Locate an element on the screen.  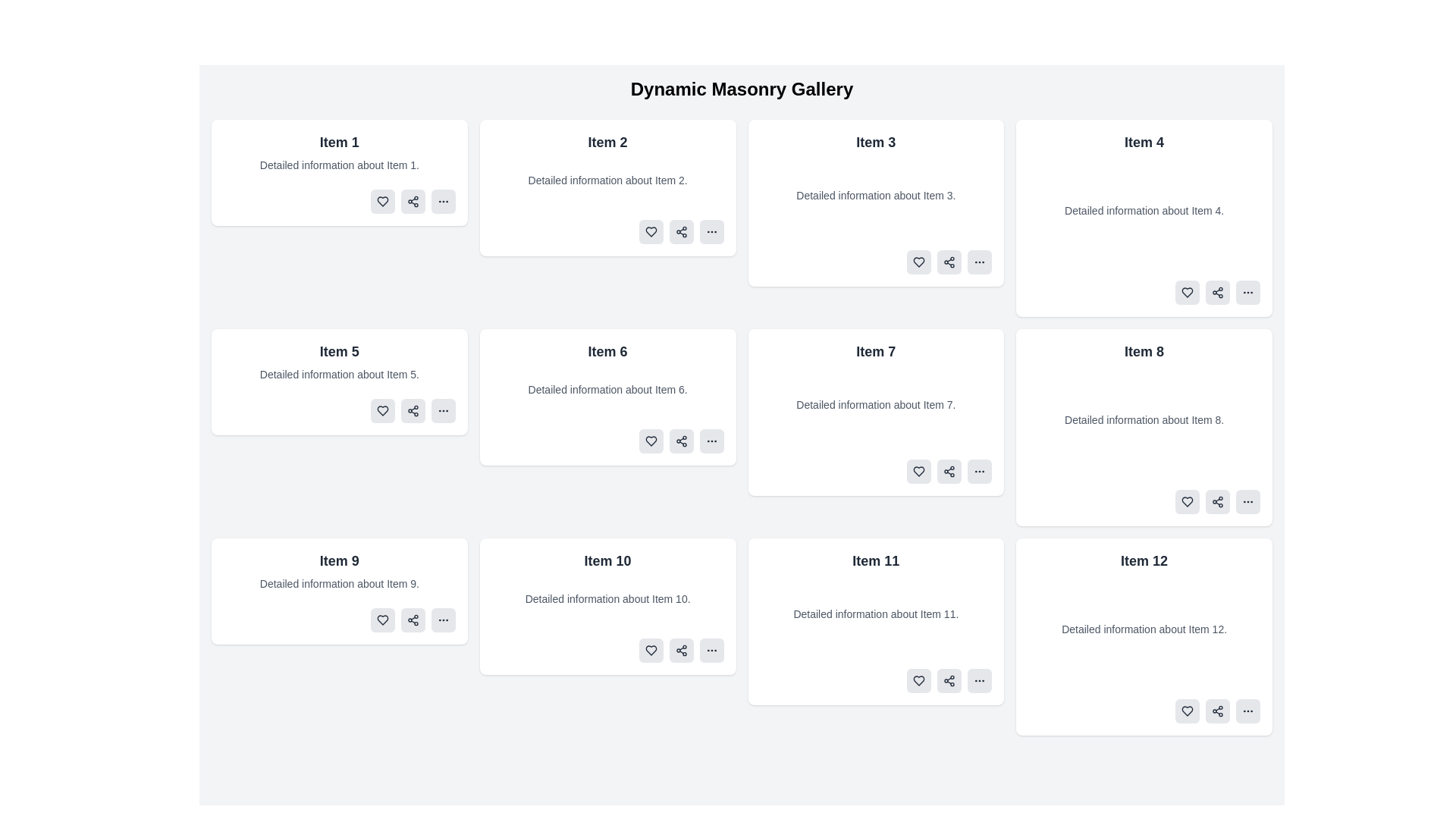
the text block that provides additional details about Item 4, located in the second row of the grid, under Item 4, between the title and action buttons is located at coordinates (1144, 210).